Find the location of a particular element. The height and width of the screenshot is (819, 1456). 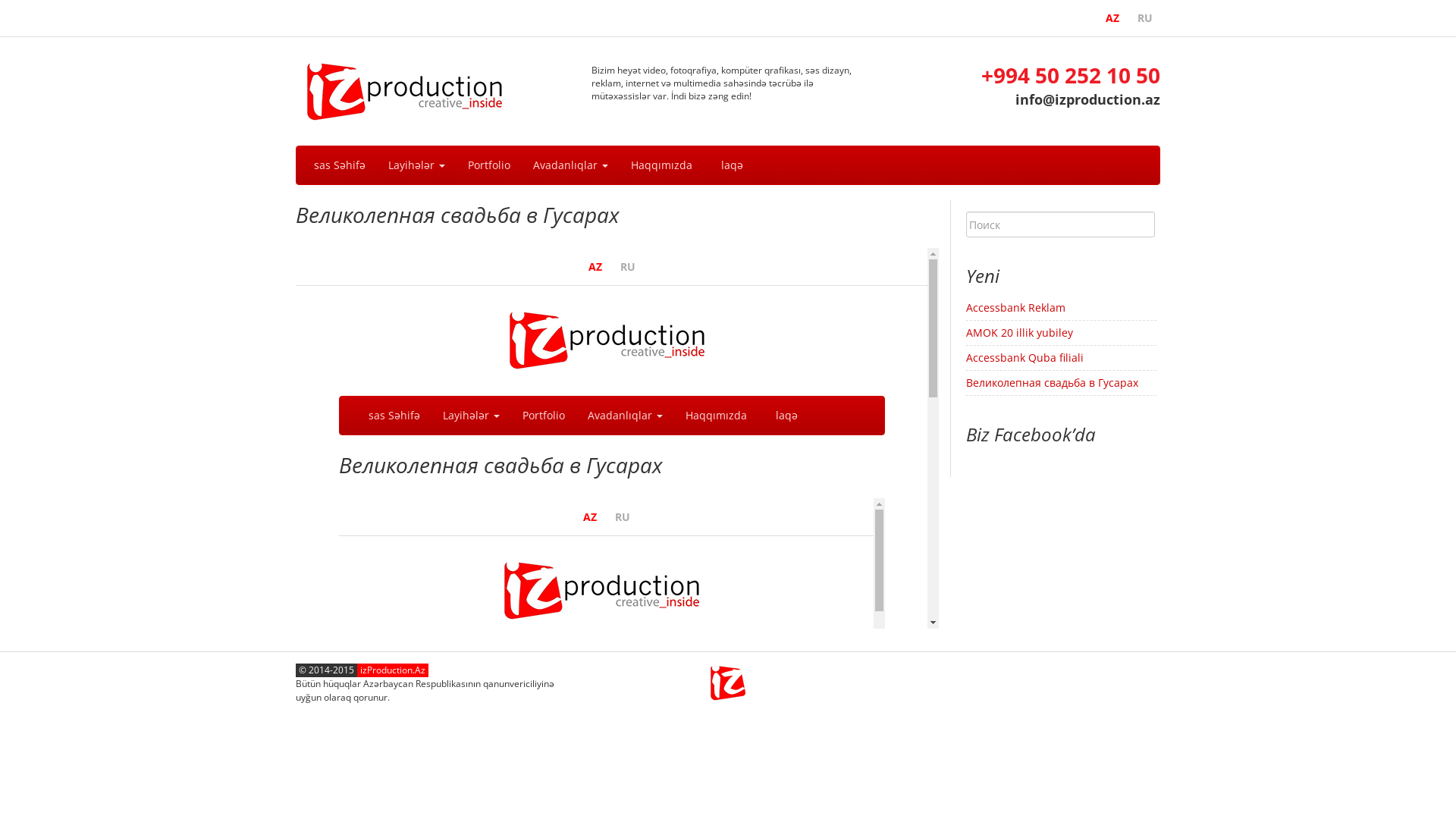

'Accessbank Reklam' is located at coordinates (1015, 307).